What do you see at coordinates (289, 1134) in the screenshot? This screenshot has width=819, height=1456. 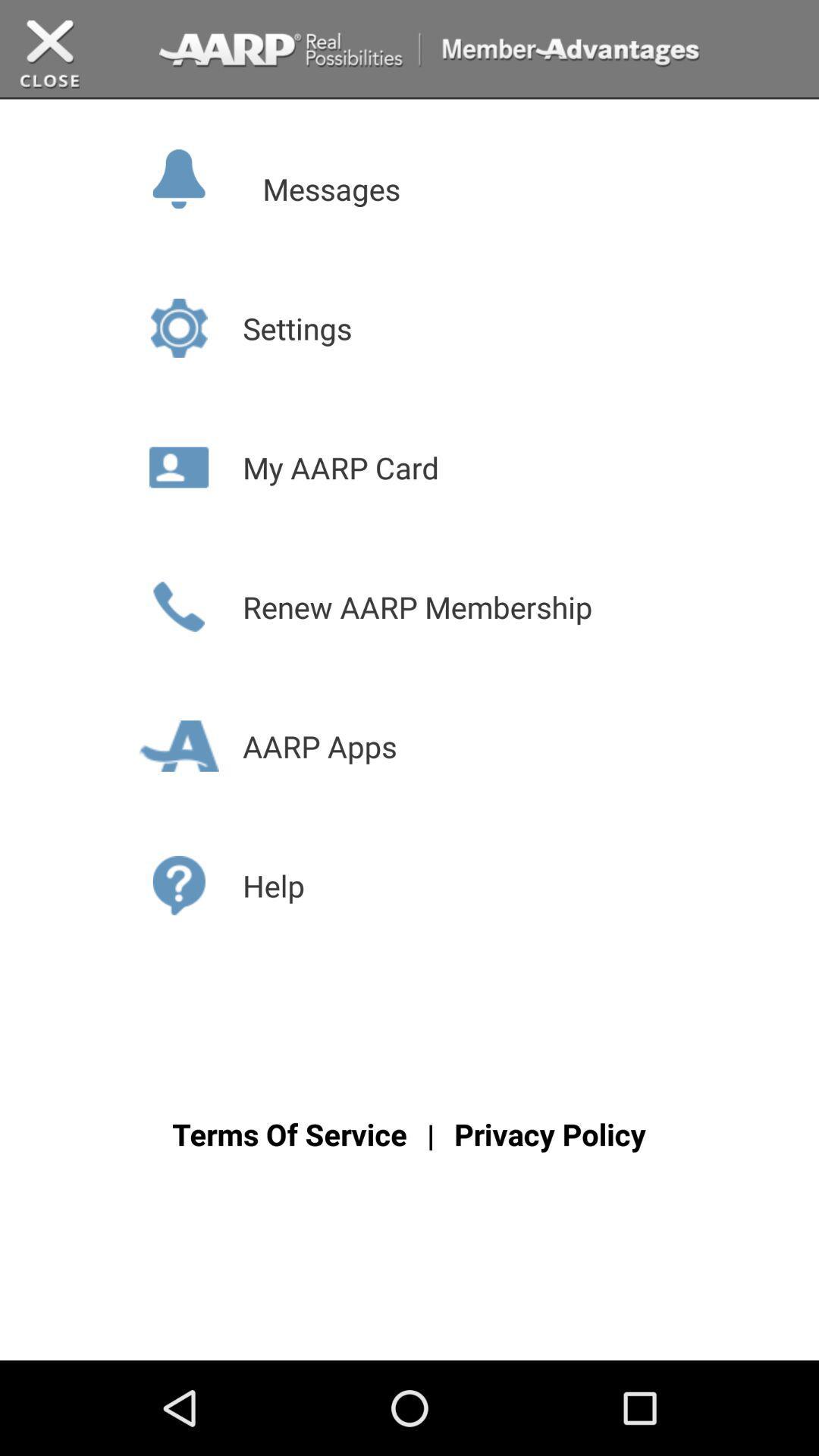 I see `the text terms of services` at bounding box center [289, 1134].